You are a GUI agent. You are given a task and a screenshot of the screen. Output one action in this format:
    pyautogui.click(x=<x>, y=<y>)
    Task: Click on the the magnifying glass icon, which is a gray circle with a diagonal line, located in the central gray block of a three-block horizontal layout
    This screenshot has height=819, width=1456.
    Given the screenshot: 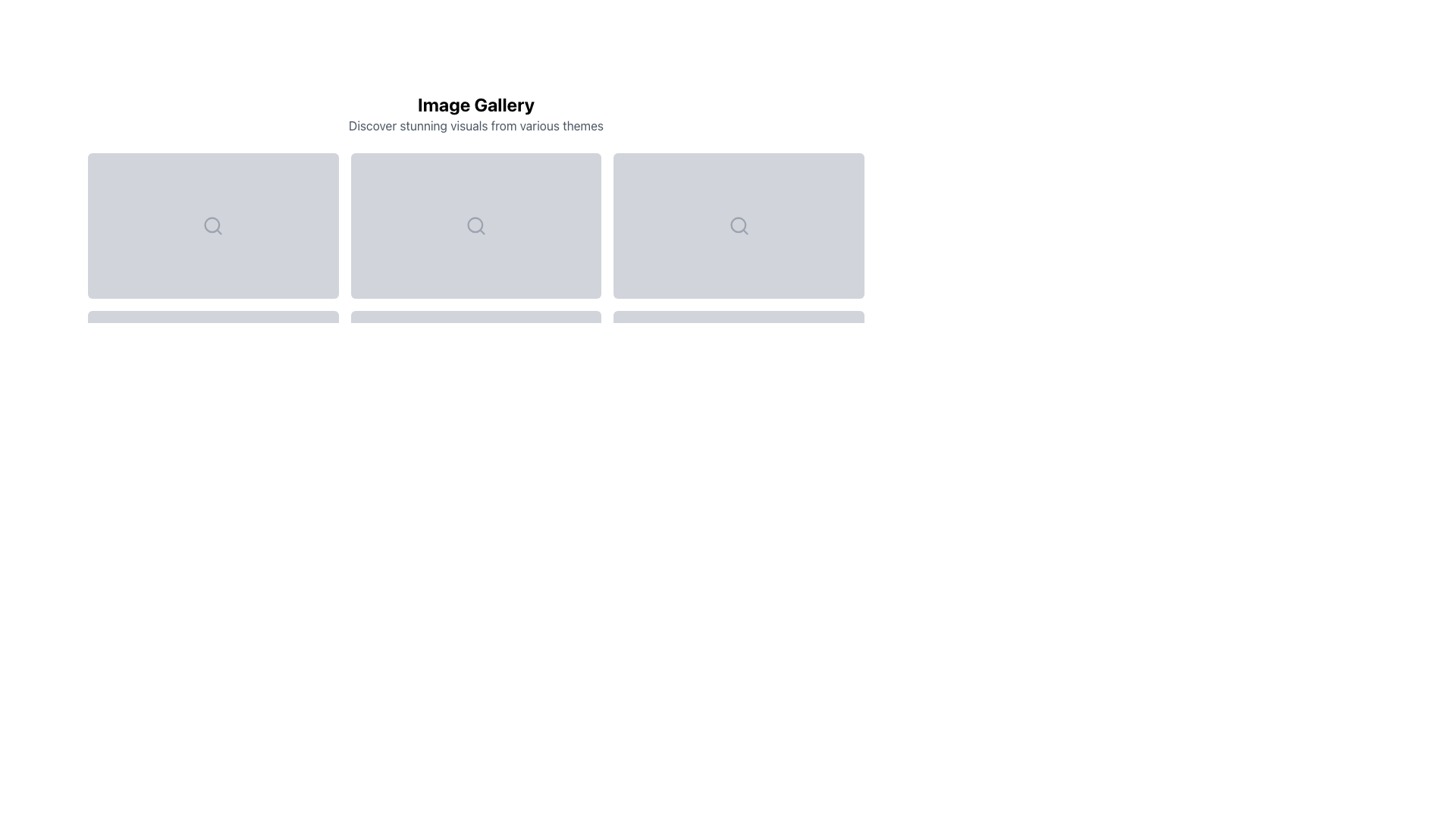 What is the action you would take?
    pyautogui.click(x=739, y=225)
    